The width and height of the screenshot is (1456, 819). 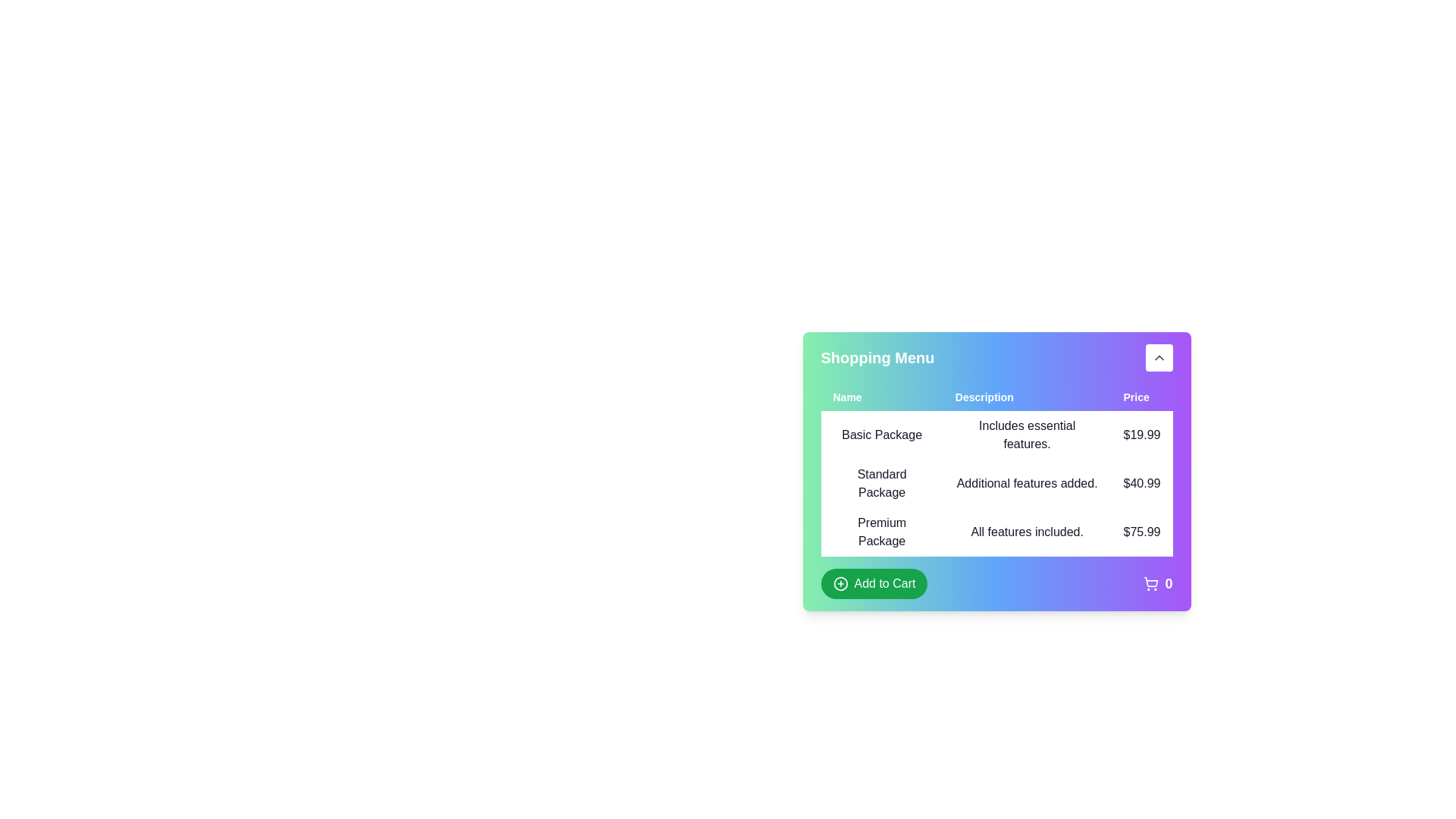 What do you see at coordinates (1027, 532) in the screenshot?
I see `the static text element displaying 'All features included.' which is positioned between 'Premium Package' and '$75.99'` at bounding box center [1027, 532].